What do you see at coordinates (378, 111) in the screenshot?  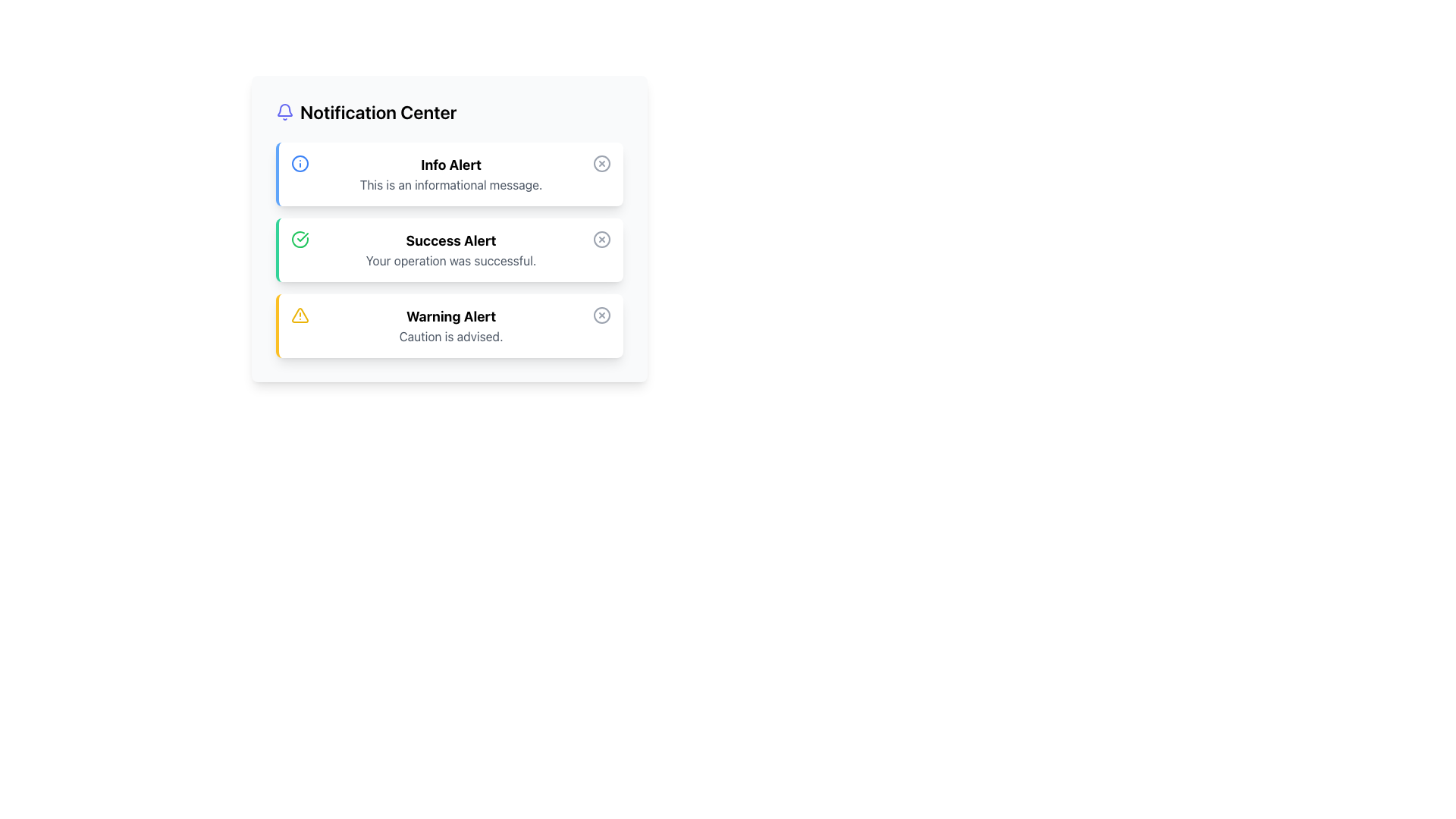 I see `text displayed in the bold, large font labeled 'Notification Center', which is positioned at the top of the notification panel to the right of the bell icon` at bounding box center [378, 111].